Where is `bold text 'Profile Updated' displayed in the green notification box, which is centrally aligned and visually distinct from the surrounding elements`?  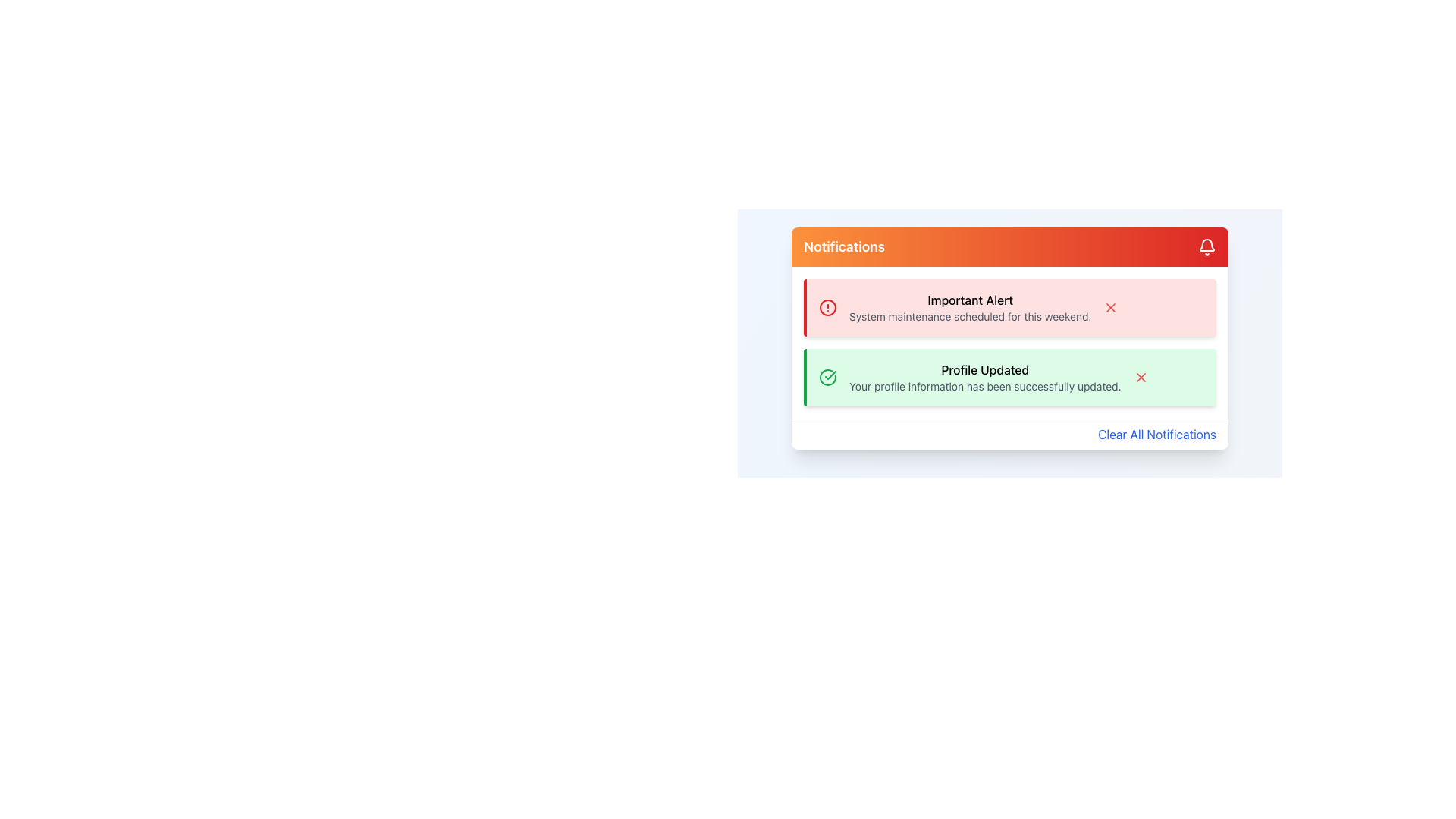
bold text 'Profile Updated' displayed in the green notification box, which is centrally aligned and visually distinct from the surrounding elements is located at coordinates (985, 370).